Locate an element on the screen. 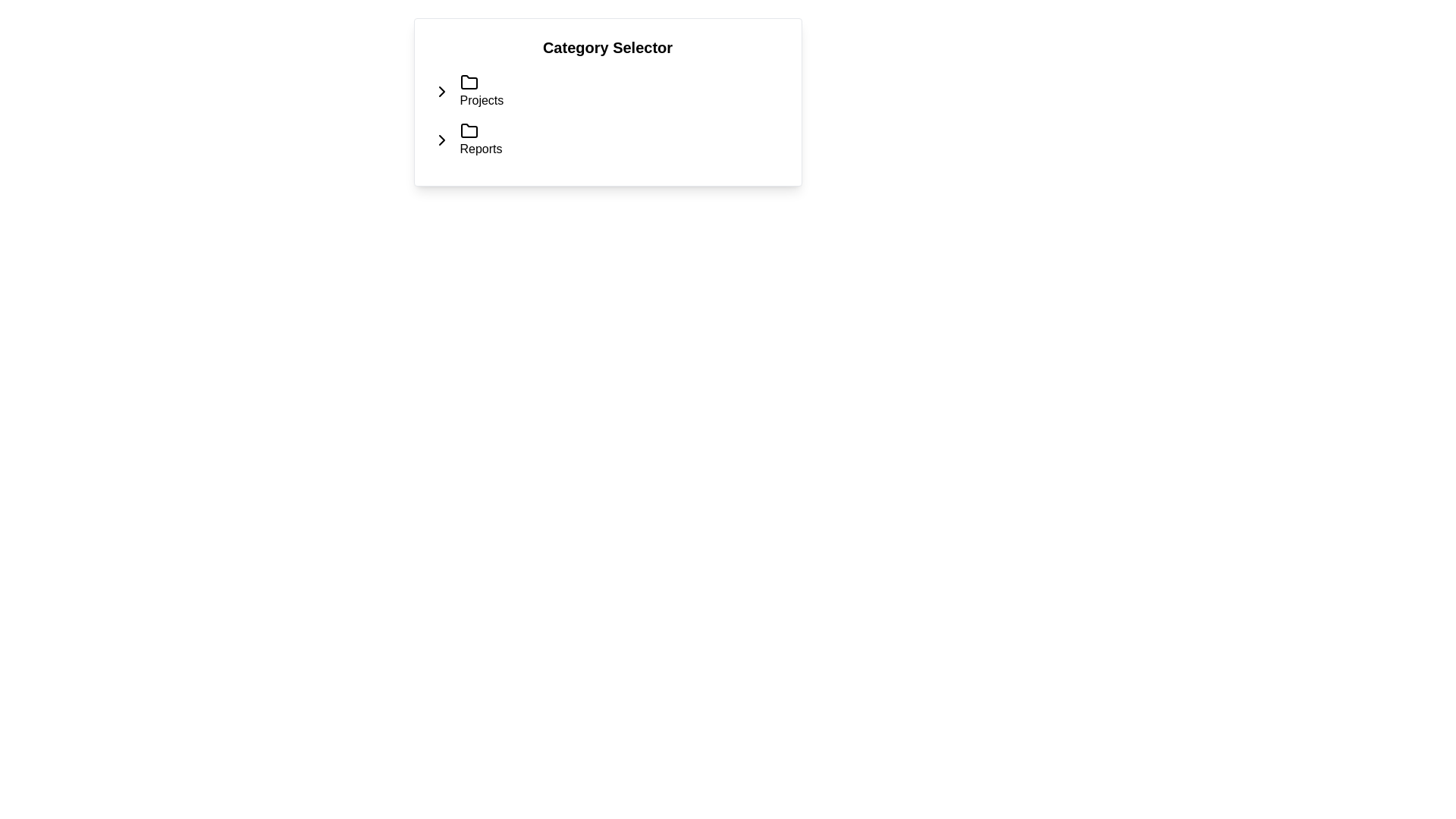  the small, rightward-pointing chevron arrow icon button located to the left of the 'Reports' text is located at coordinates (441, 140).